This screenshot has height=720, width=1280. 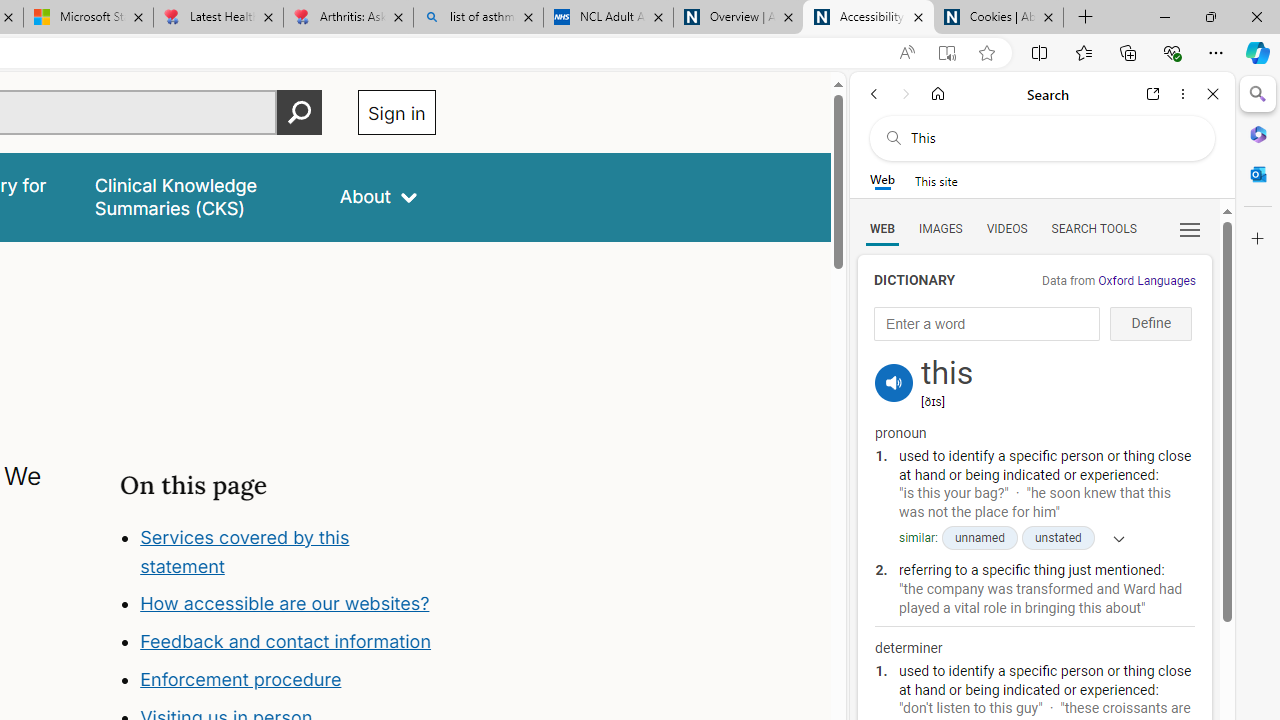 I want to click on 'Show more', so click(x=1111, y=537).